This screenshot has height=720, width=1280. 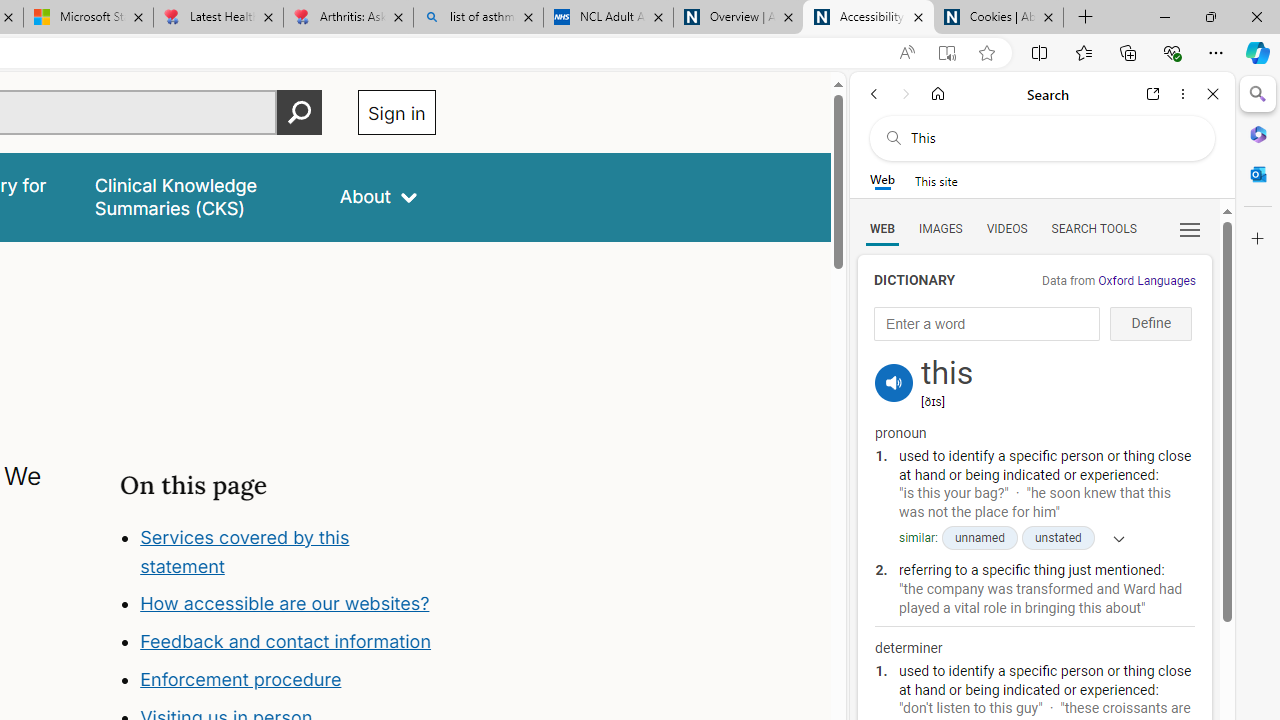 I want to click on 'Show more', so click(x=1111, y=537).